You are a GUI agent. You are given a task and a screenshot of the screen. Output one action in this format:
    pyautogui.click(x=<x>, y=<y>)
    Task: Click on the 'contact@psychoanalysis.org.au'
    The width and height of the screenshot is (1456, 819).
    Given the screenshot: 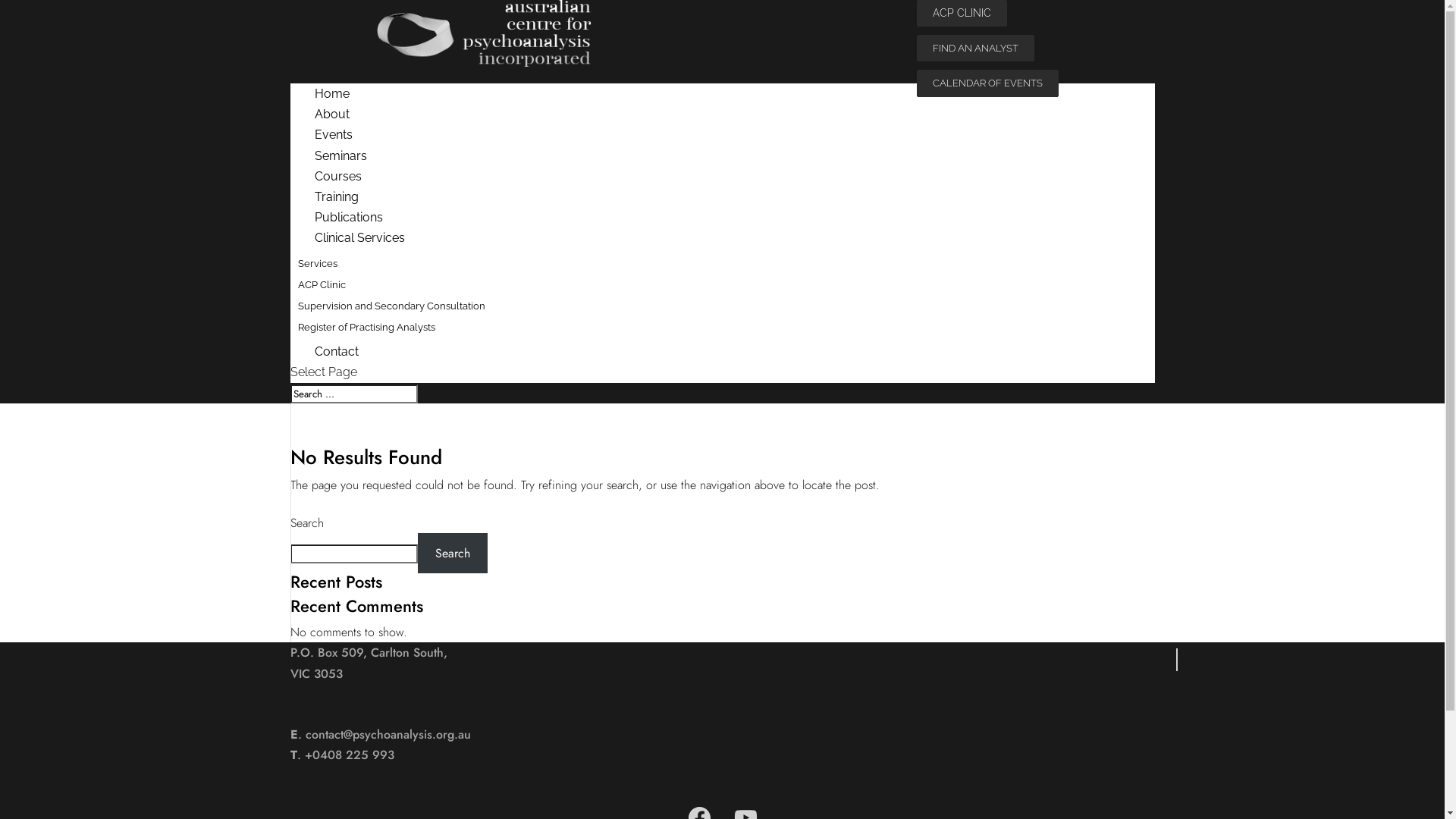 What is the action you would take?
    pyautogui.click(x=387, y=733)
    